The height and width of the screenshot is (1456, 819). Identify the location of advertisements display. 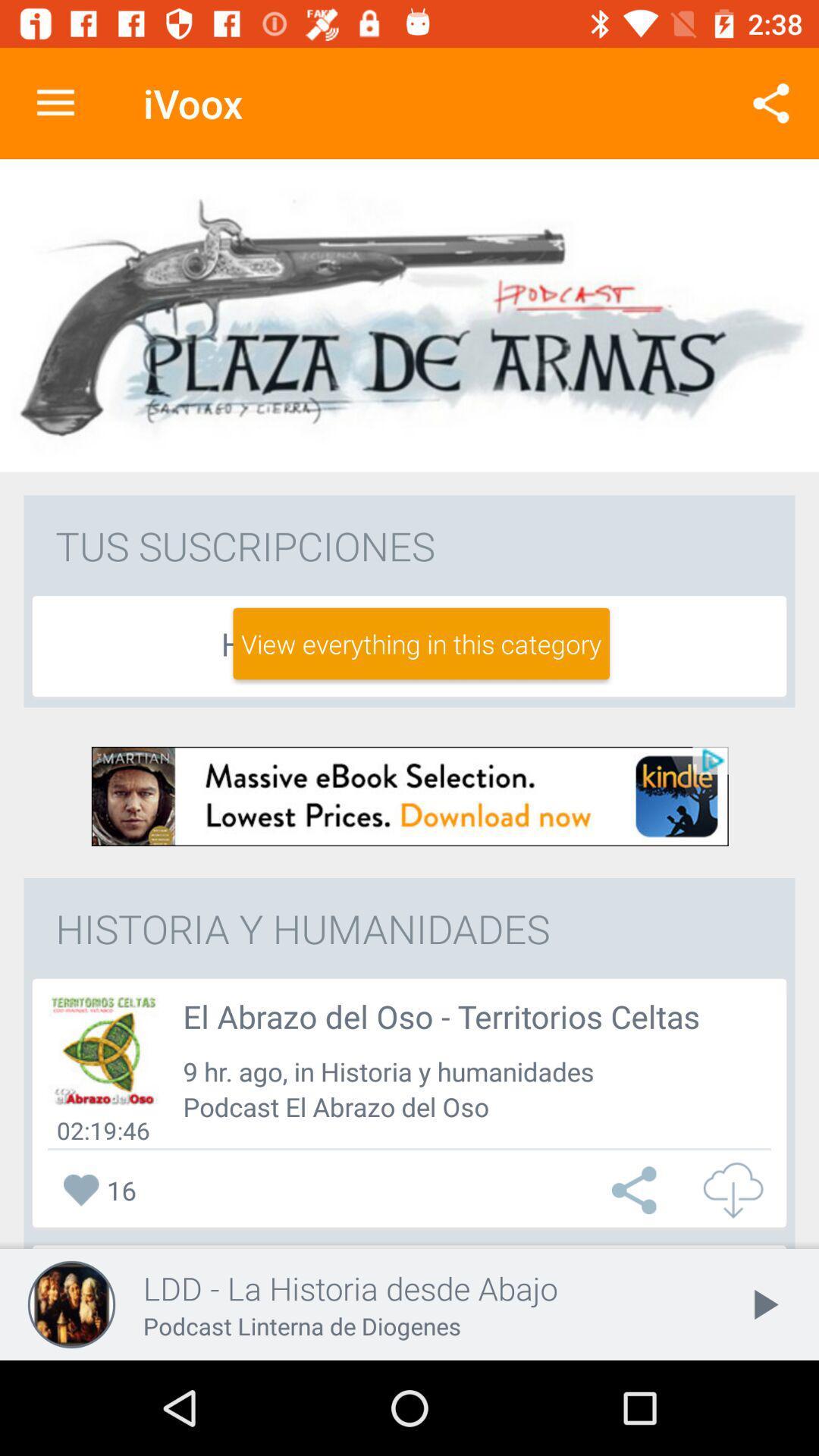
(409, 795).